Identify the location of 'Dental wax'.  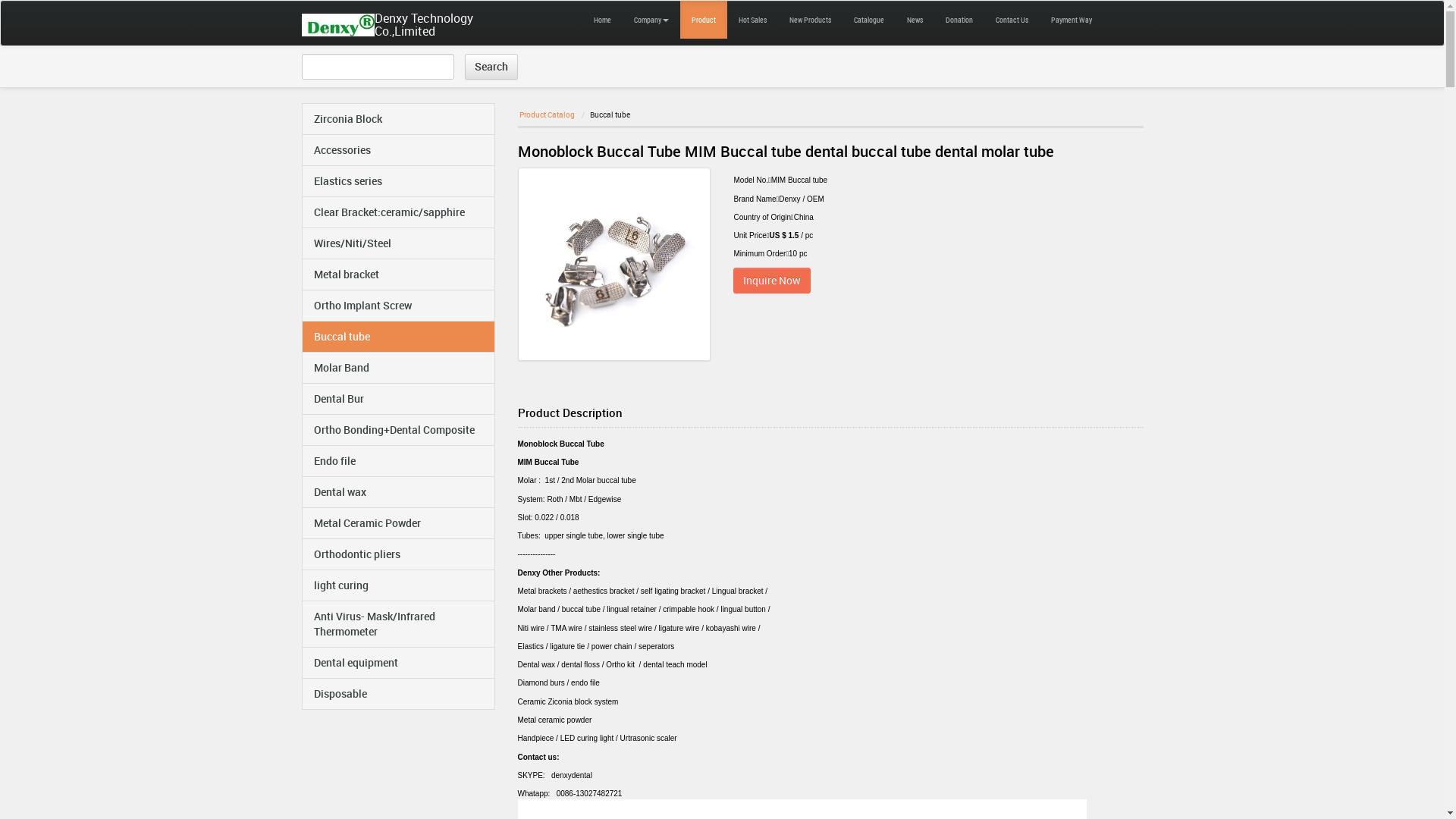
(397, 491).